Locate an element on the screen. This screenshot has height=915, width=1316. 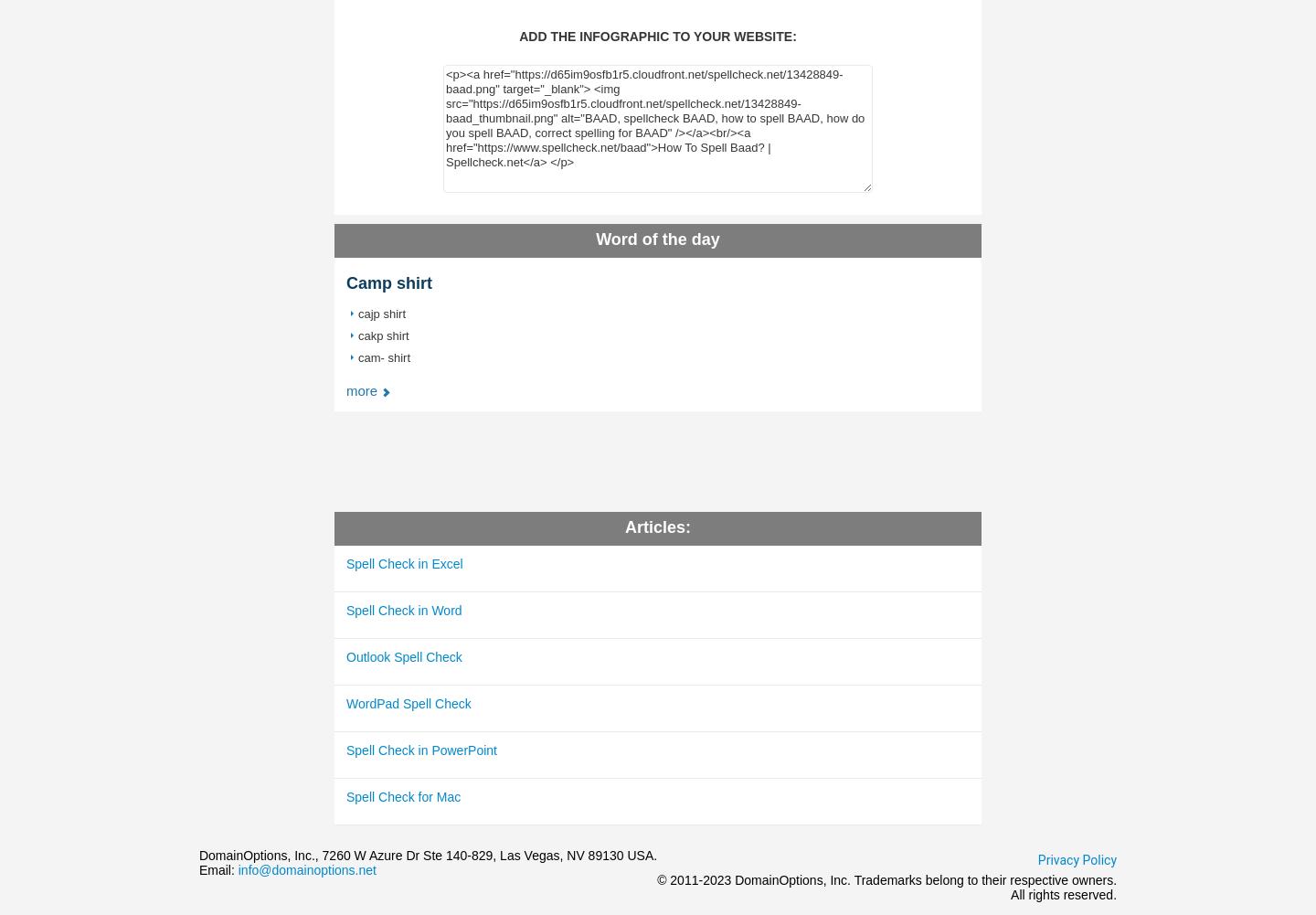
'WordPad Spell Check' is located at coordinates (408, 703).